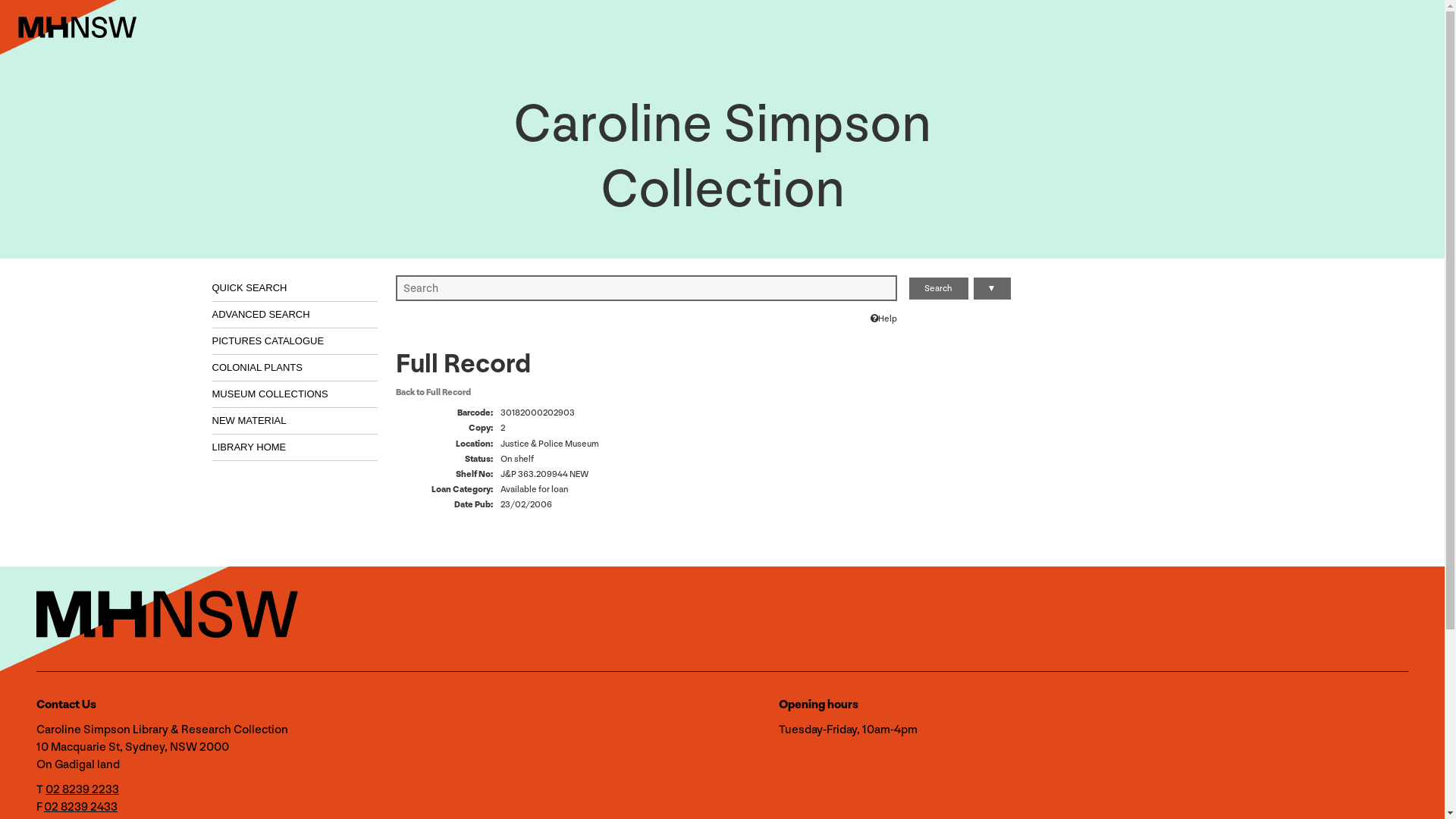 Image resolution: width=1456 pixels, height=819 pixels. I want to click on 'NEW MATERIAL', so click(211, 421).